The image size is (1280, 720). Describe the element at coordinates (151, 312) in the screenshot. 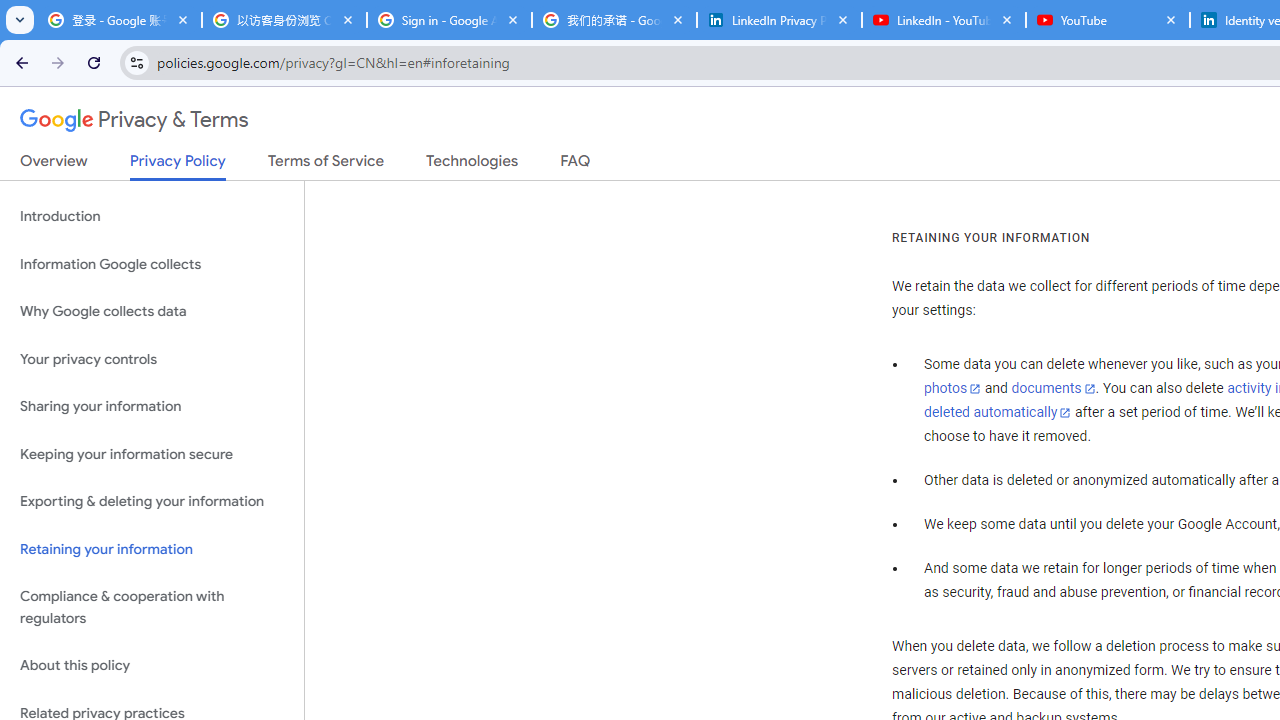

I see `'Why Google collects data'` at that location.